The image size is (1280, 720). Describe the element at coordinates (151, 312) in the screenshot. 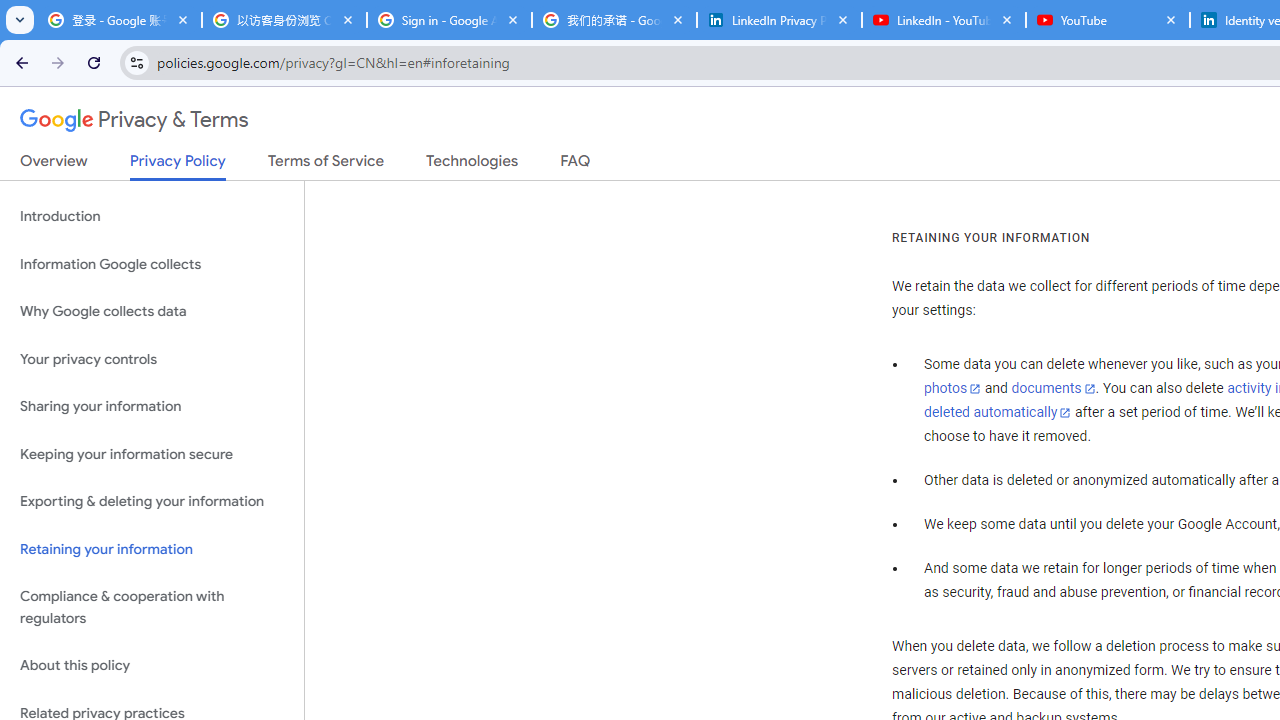

I see `'Why Google collects data'` at that location.